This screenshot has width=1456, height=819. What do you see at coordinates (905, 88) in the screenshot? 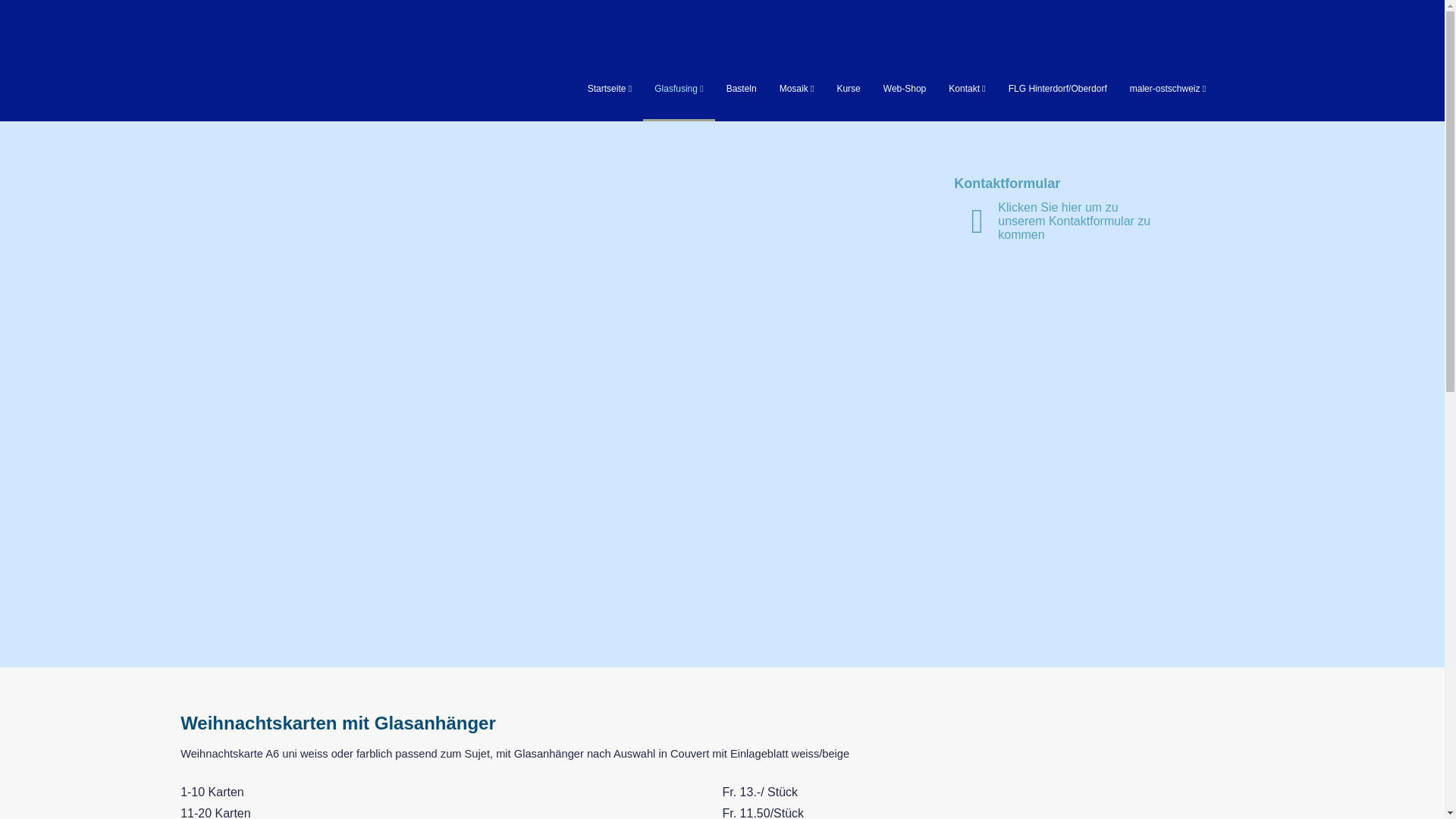
I see `'Web-Shop'` at bounding box center [905, 88].